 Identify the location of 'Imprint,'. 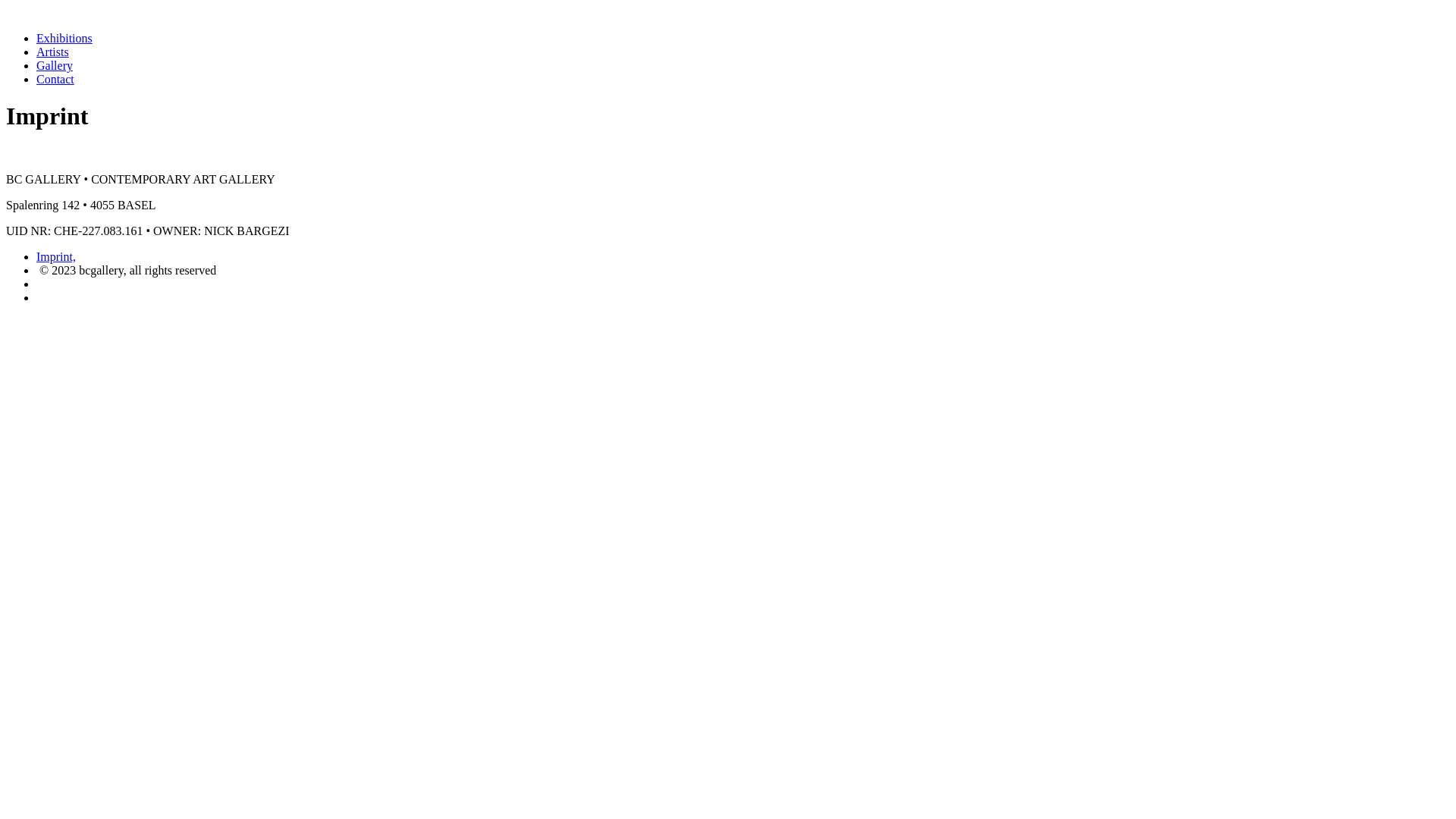
(55, 256).